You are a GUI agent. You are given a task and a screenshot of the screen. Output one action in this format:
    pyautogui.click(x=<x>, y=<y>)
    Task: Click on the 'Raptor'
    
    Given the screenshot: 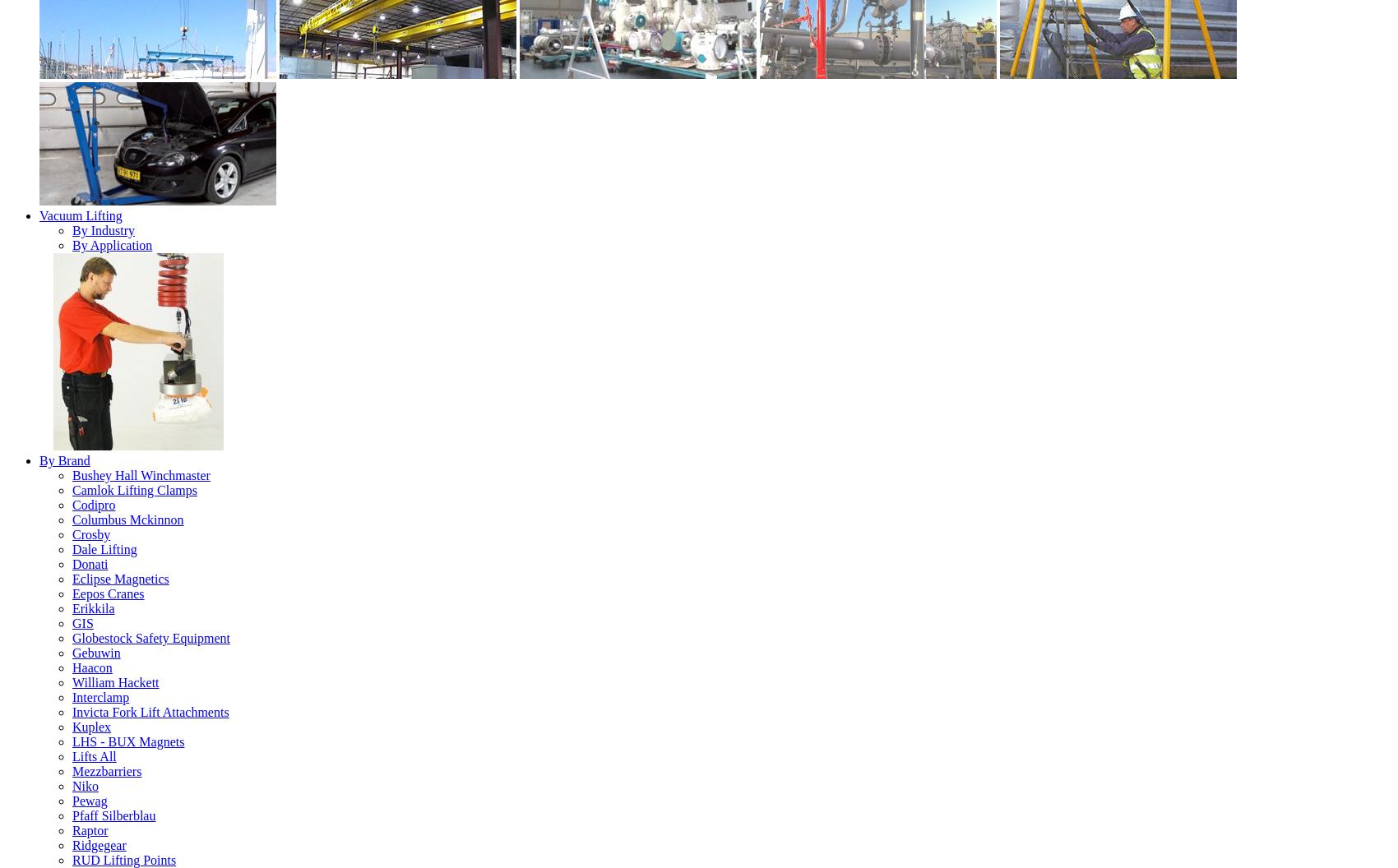 What is the action you would take?
    pyautogui.click(x=89, y=829)
    